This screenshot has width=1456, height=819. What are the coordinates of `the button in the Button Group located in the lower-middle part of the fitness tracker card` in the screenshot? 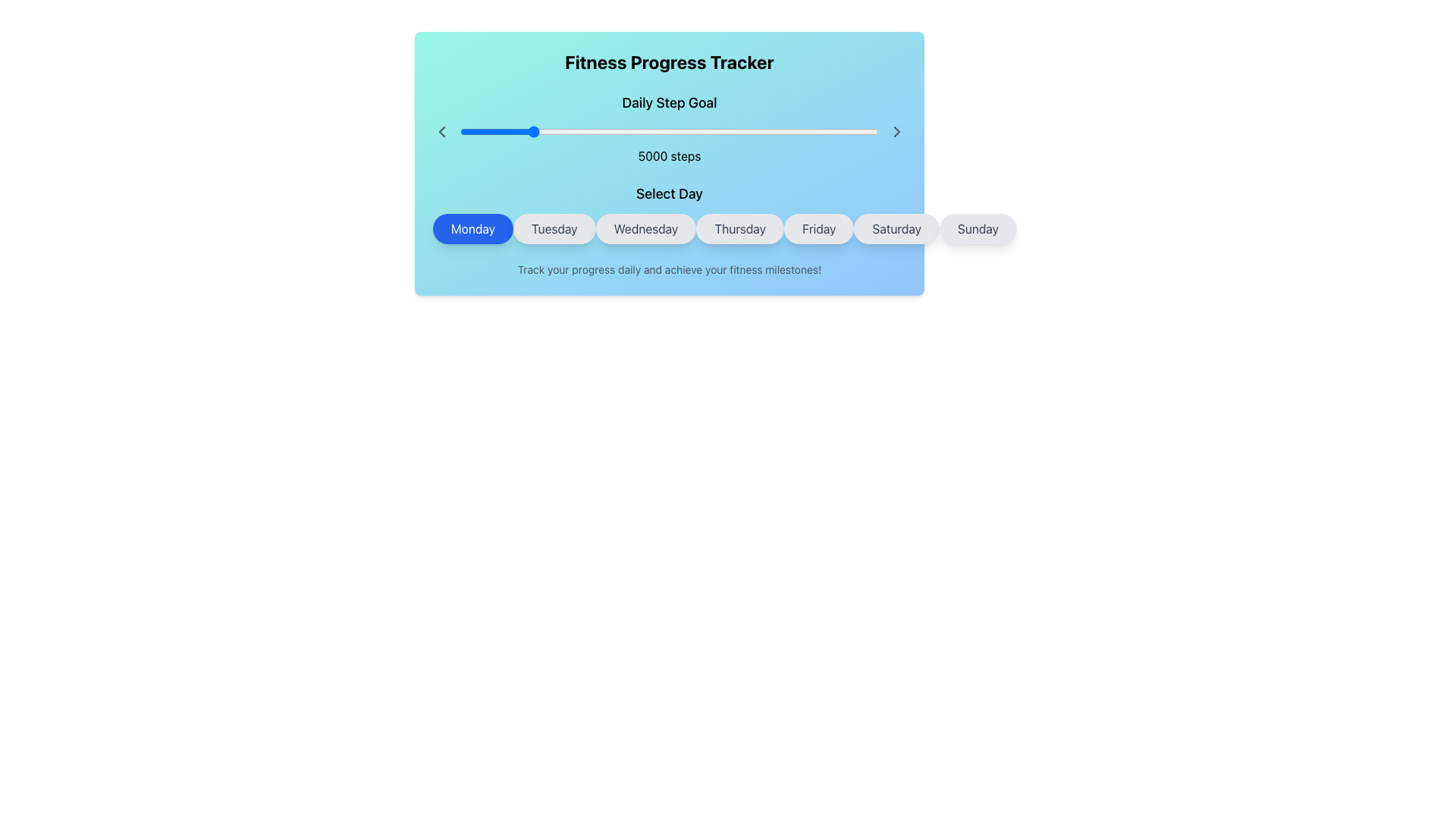 It's located at (669, 213).